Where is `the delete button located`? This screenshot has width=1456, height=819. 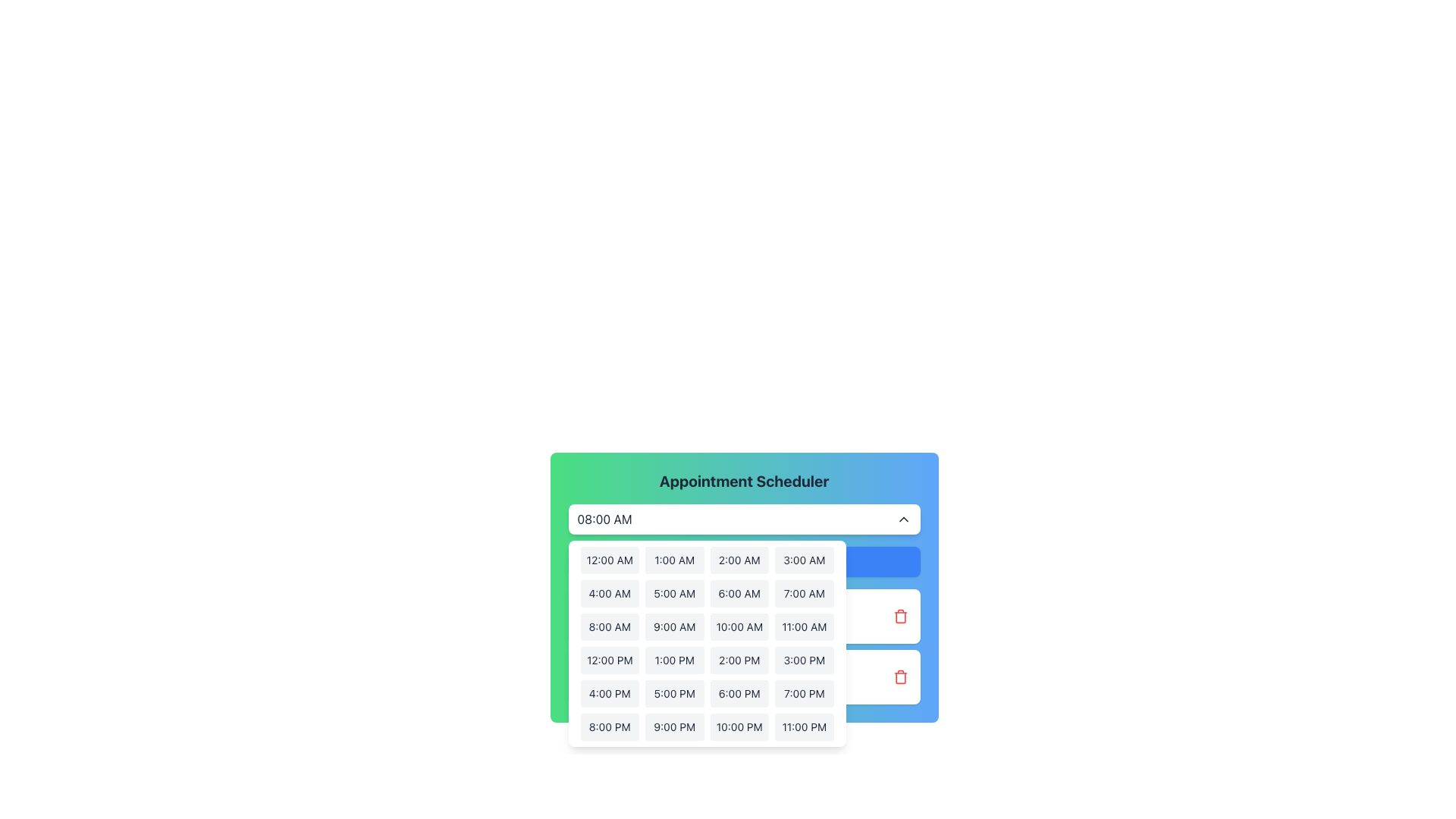
the delete button located is located at coordinates (900, 617).